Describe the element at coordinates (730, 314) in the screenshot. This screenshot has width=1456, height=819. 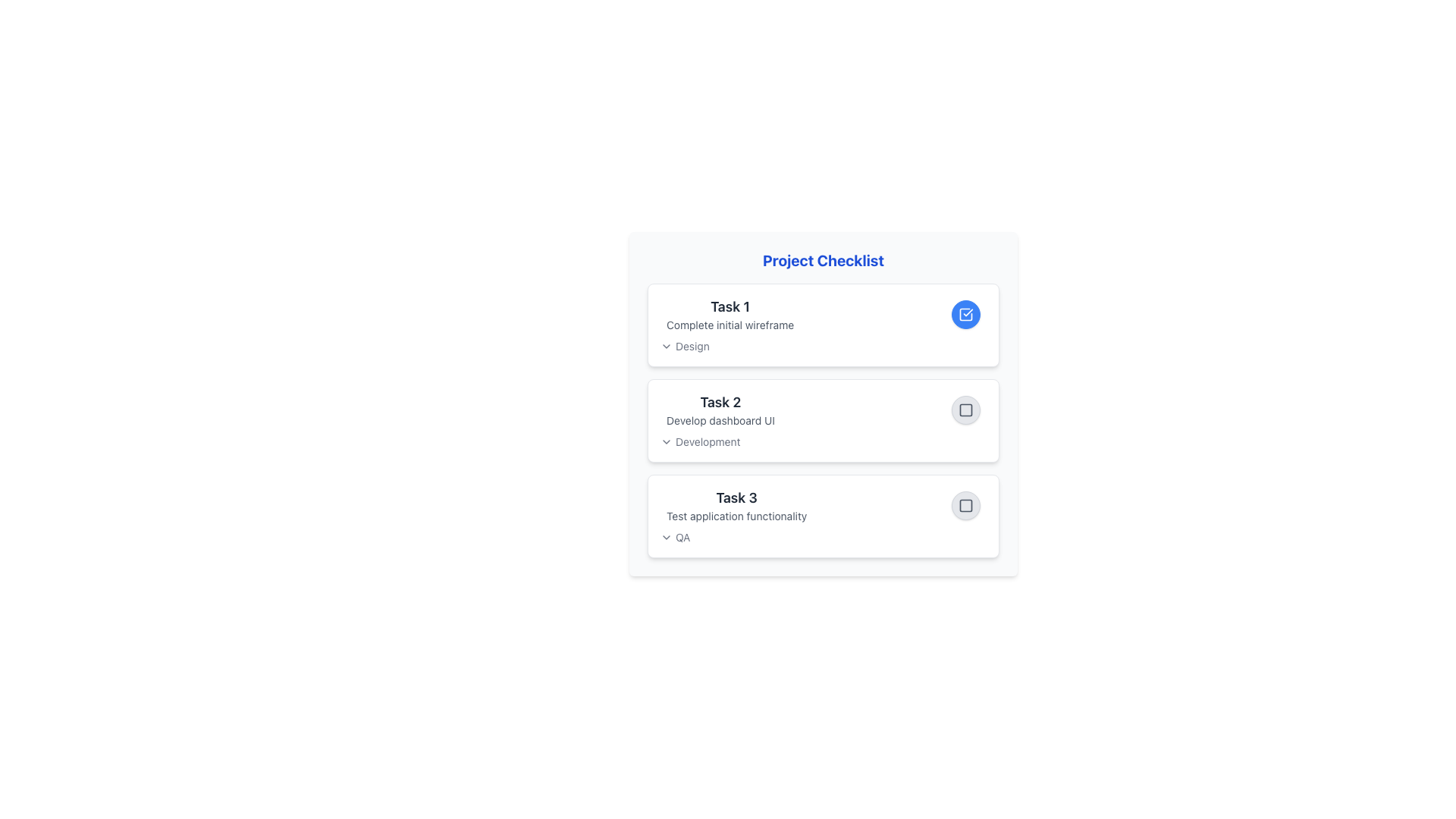
I see `text content of the topmost task listing in the 'Project Checklist' section, which displays the task name and description` at that location.